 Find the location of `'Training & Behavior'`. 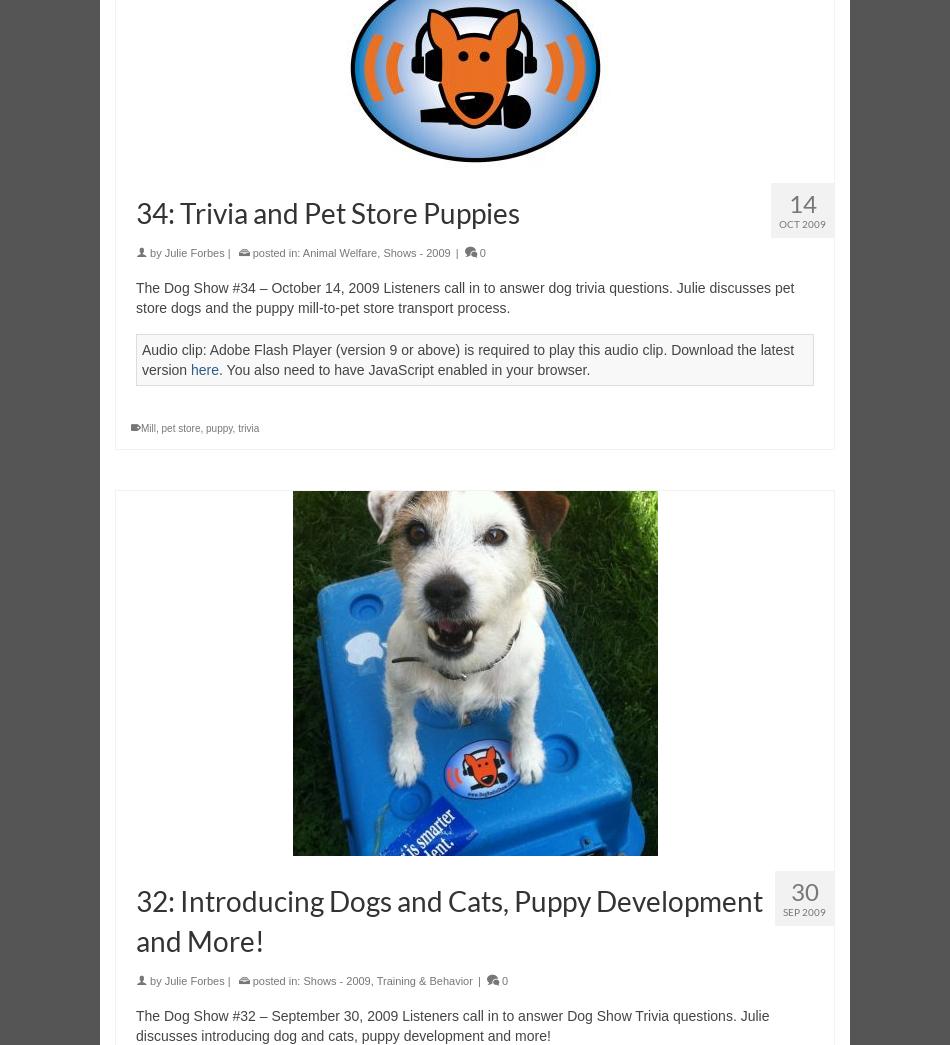

'Training & Behavior' is located at coordinates (422, 980).